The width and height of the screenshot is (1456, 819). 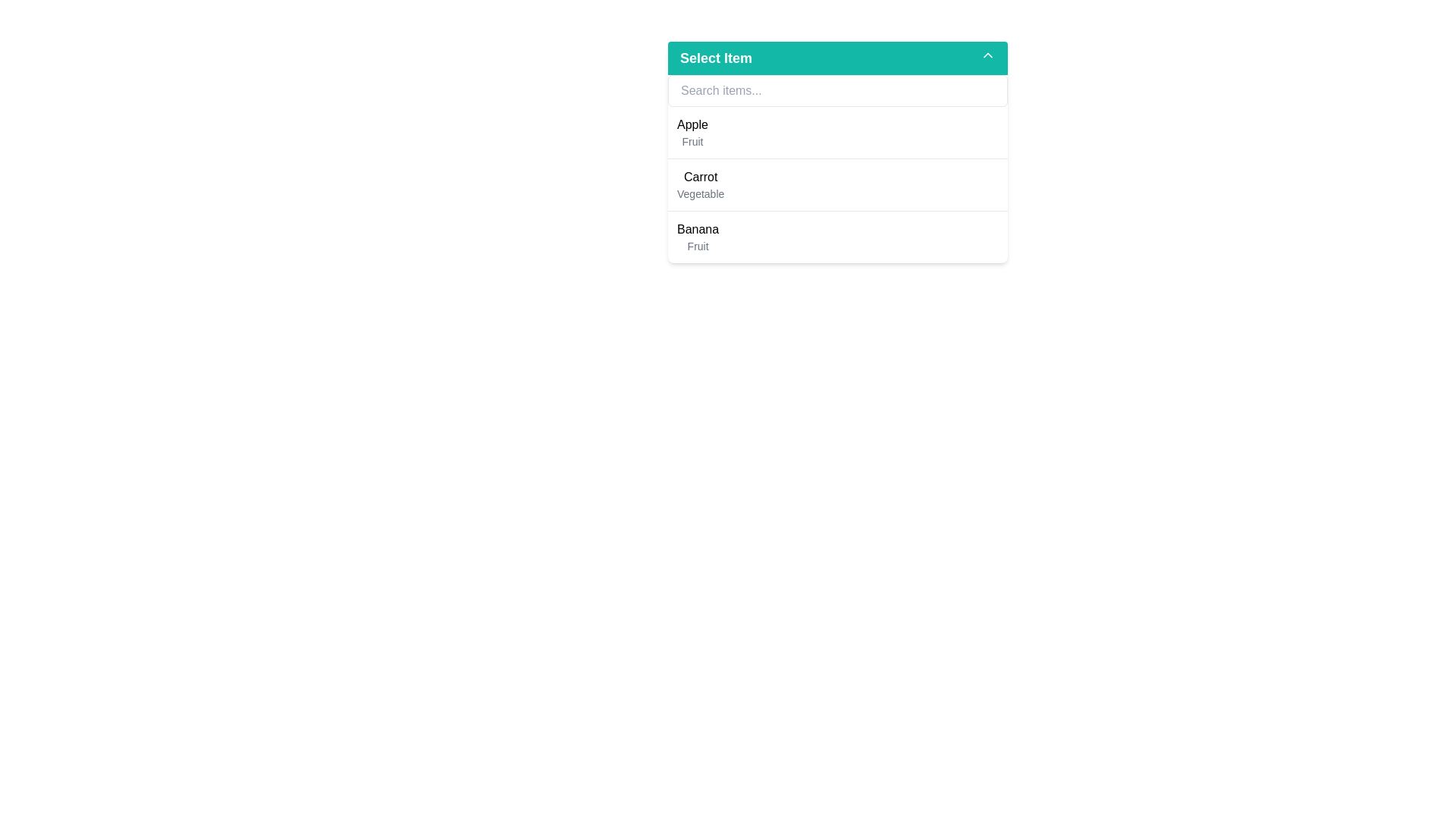 I want to click on the static text label 'Fruit' located below the 'Banana' entry in the 'Select Item' dropdown menu, so click(x=697, y=245).